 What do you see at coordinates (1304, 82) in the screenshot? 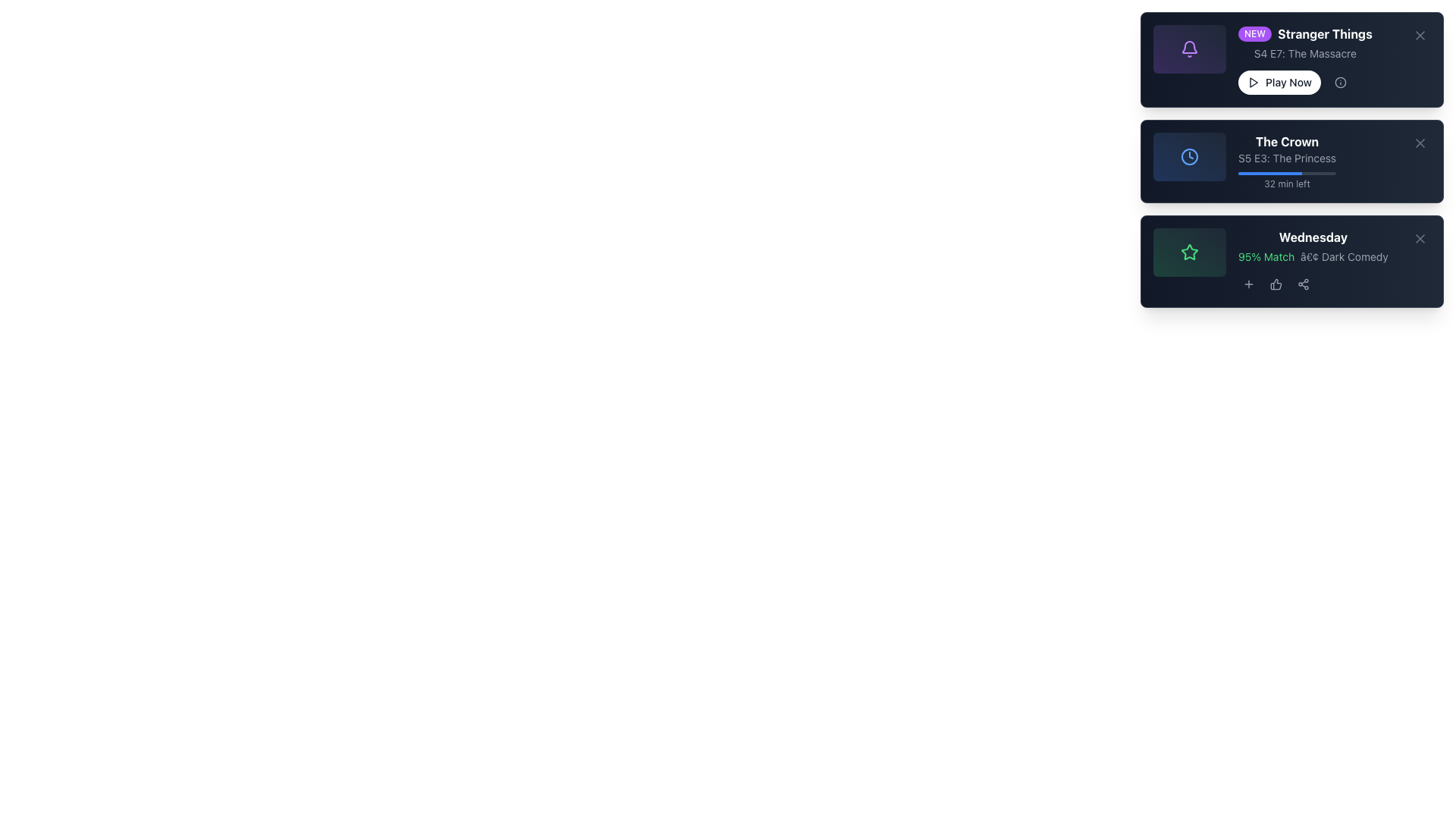
I see `the 'Play Now' button located within the 'Stranger Things' card to initiate playback` at bounding box center [1304, 82].